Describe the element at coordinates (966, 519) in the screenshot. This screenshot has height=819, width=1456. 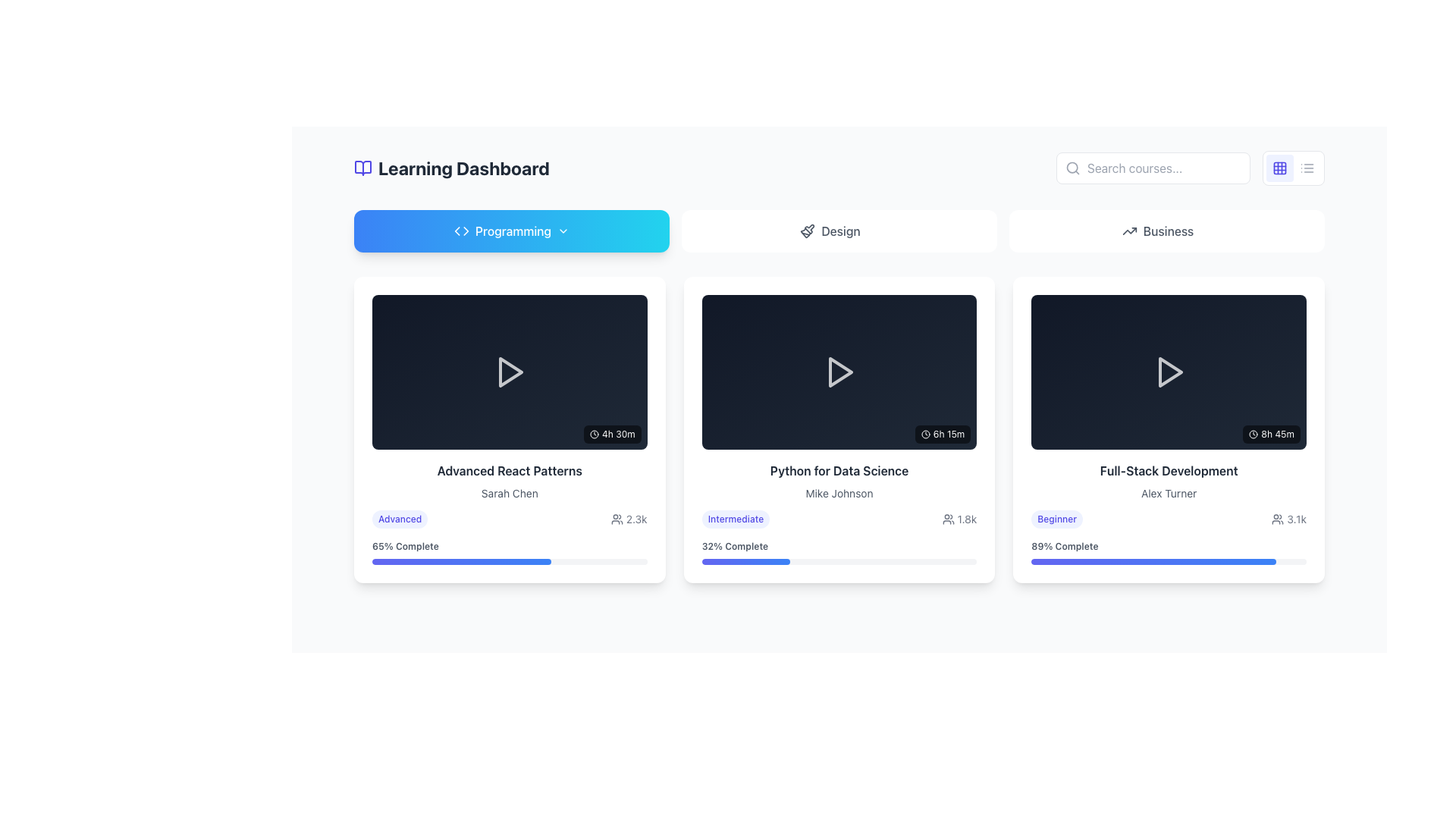
I see `displayed text '1.8k' from the text label located to the right of the user icon in the bottom-right corner of the 'Python for Data Science' card` at that location.